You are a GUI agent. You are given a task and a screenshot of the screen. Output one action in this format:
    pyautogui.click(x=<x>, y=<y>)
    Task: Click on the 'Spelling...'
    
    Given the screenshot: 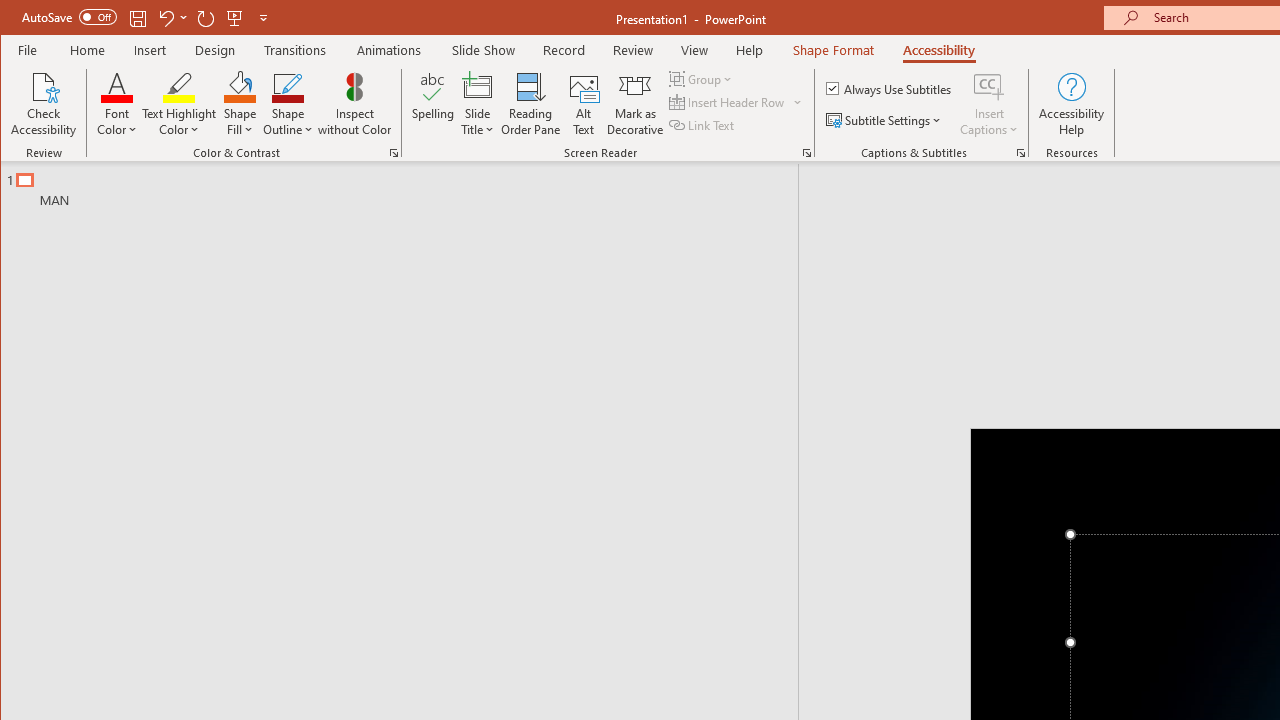 What is the action you would take?
    pyautogui.click(x=432, y=104)
    